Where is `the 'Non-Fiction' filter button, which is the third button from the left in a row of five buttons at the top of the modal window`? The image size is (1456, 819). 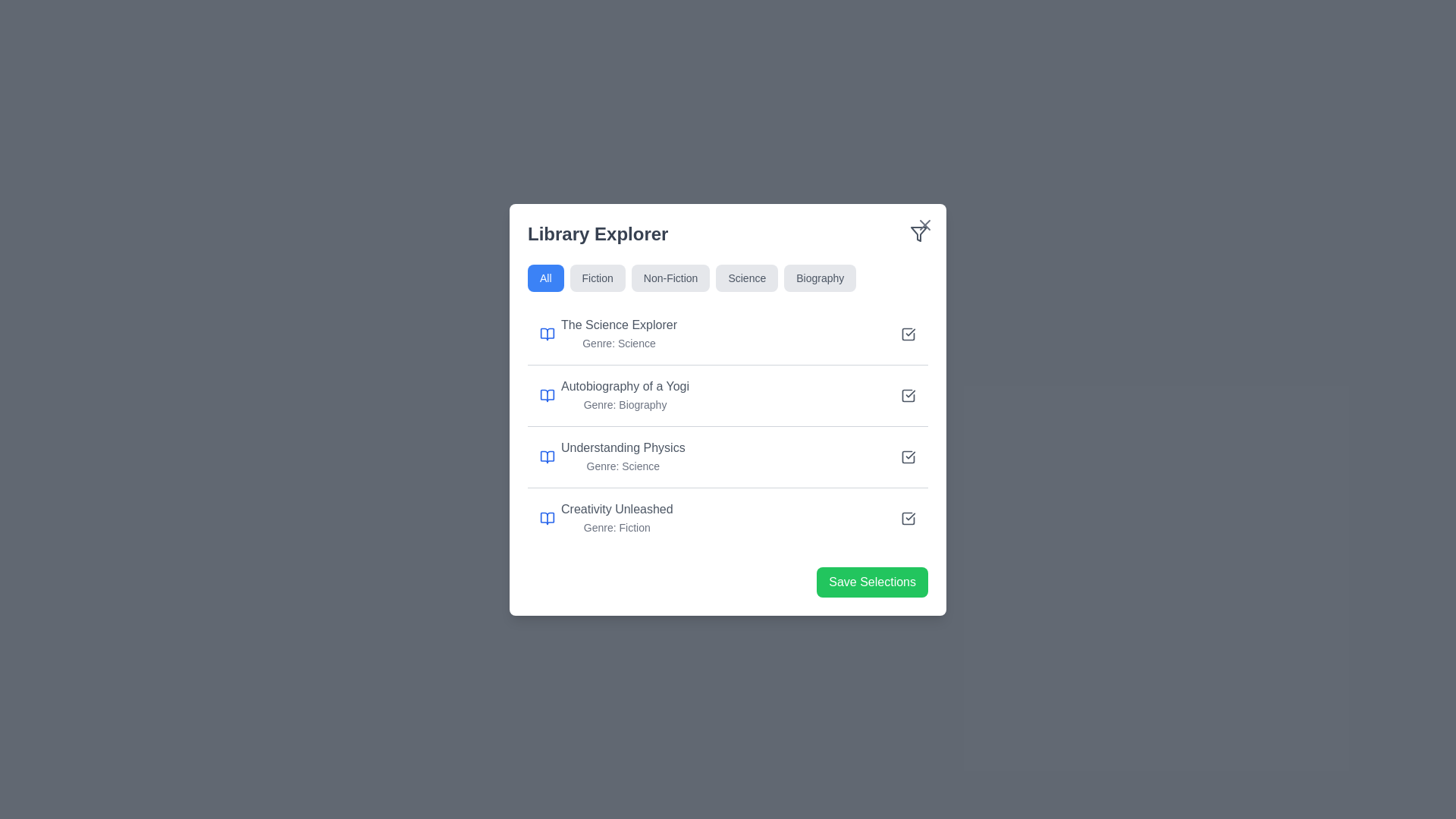
the 'Non-Fiction' filter button, which is the third button from the left in a row of five buttons at the top of the modal window is located at coordinates (670, 278).